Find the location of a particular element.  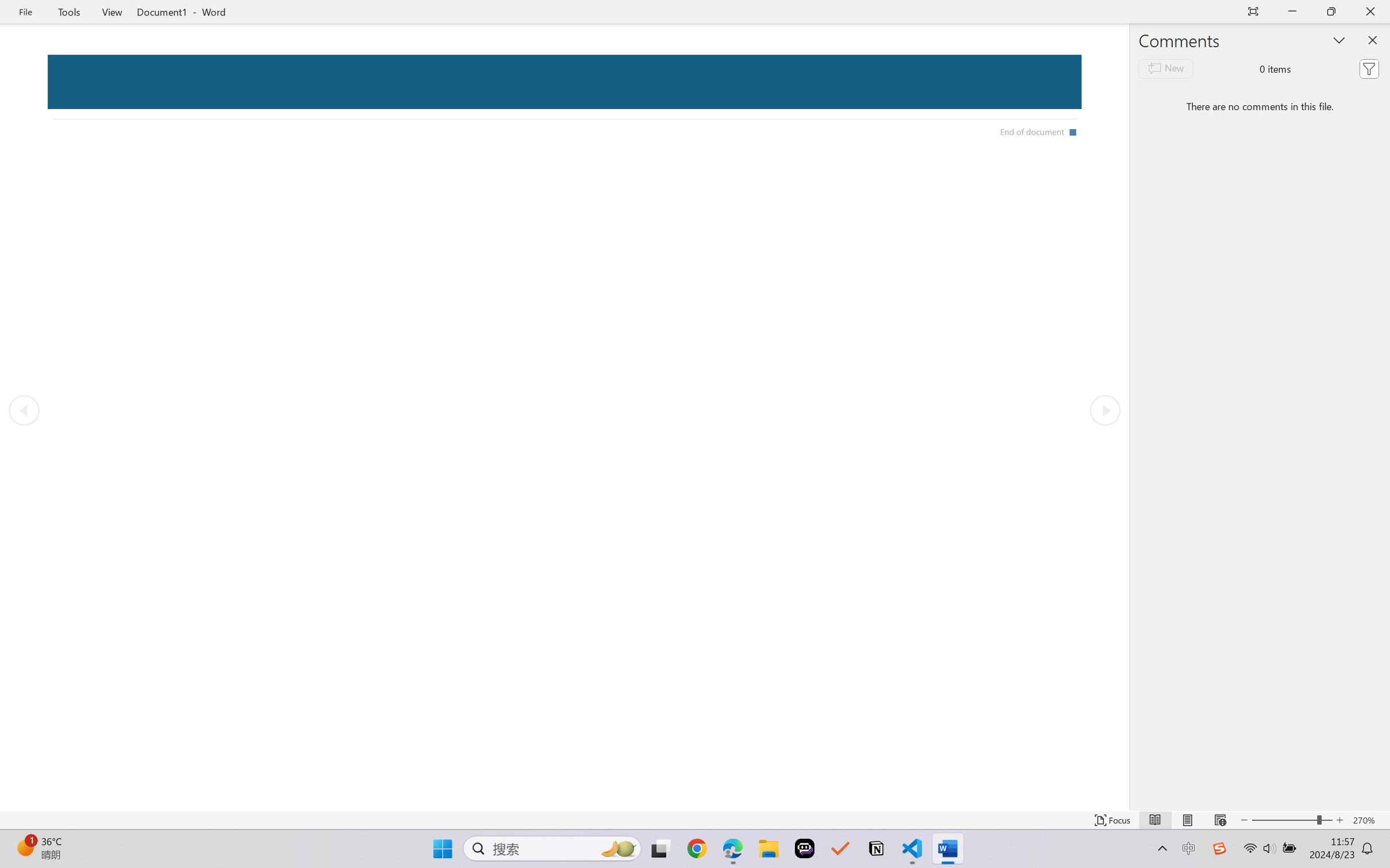

'Tools' is located at coordinates (69, 11).